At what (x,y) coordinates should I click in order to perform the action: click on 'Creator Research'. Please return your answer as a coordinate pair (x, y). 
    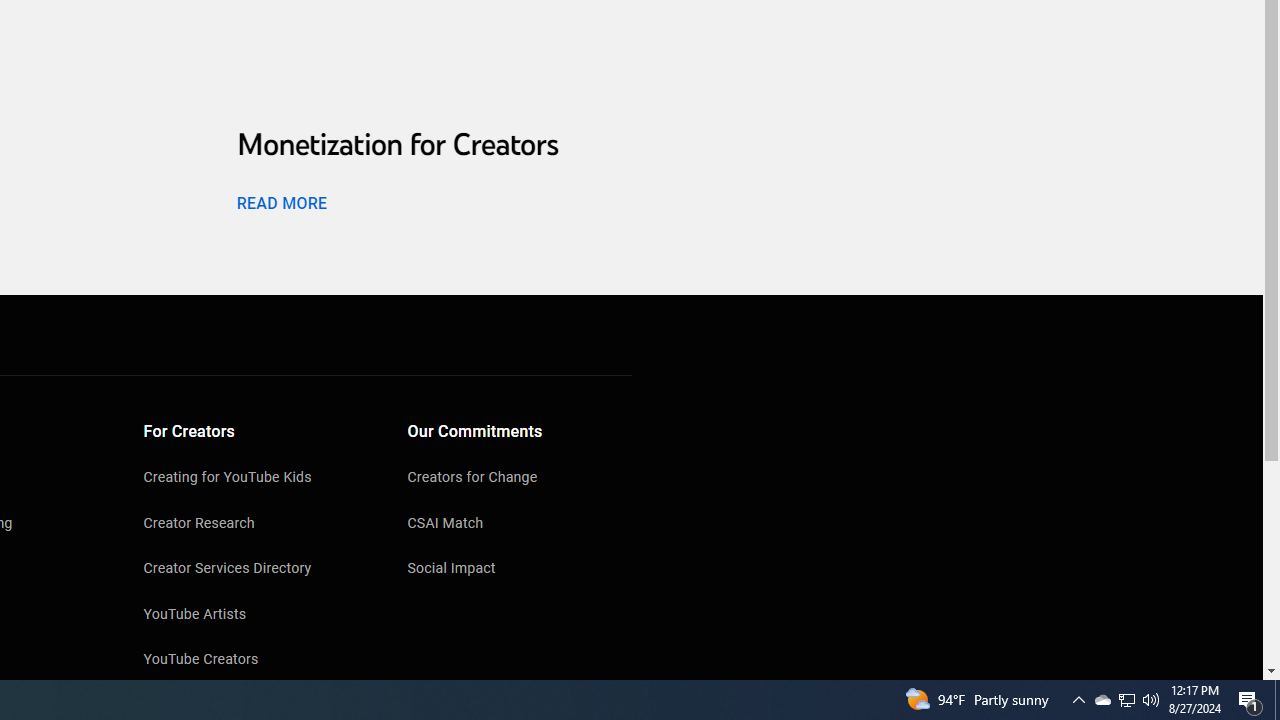
    Looking at the image, I should click on (255, 523).